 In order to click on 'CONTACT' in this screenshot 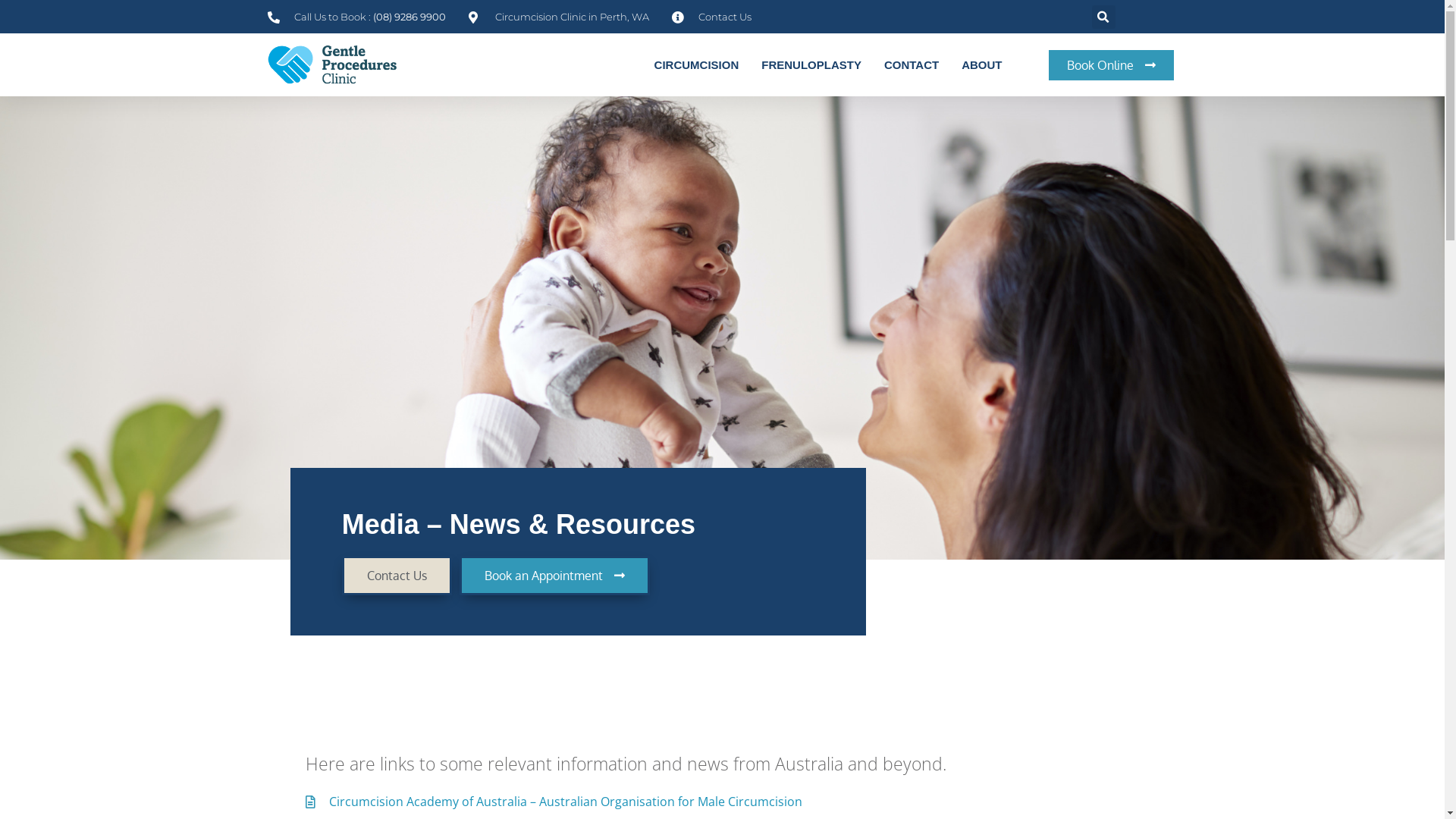, I will do `click(910, 64)`.